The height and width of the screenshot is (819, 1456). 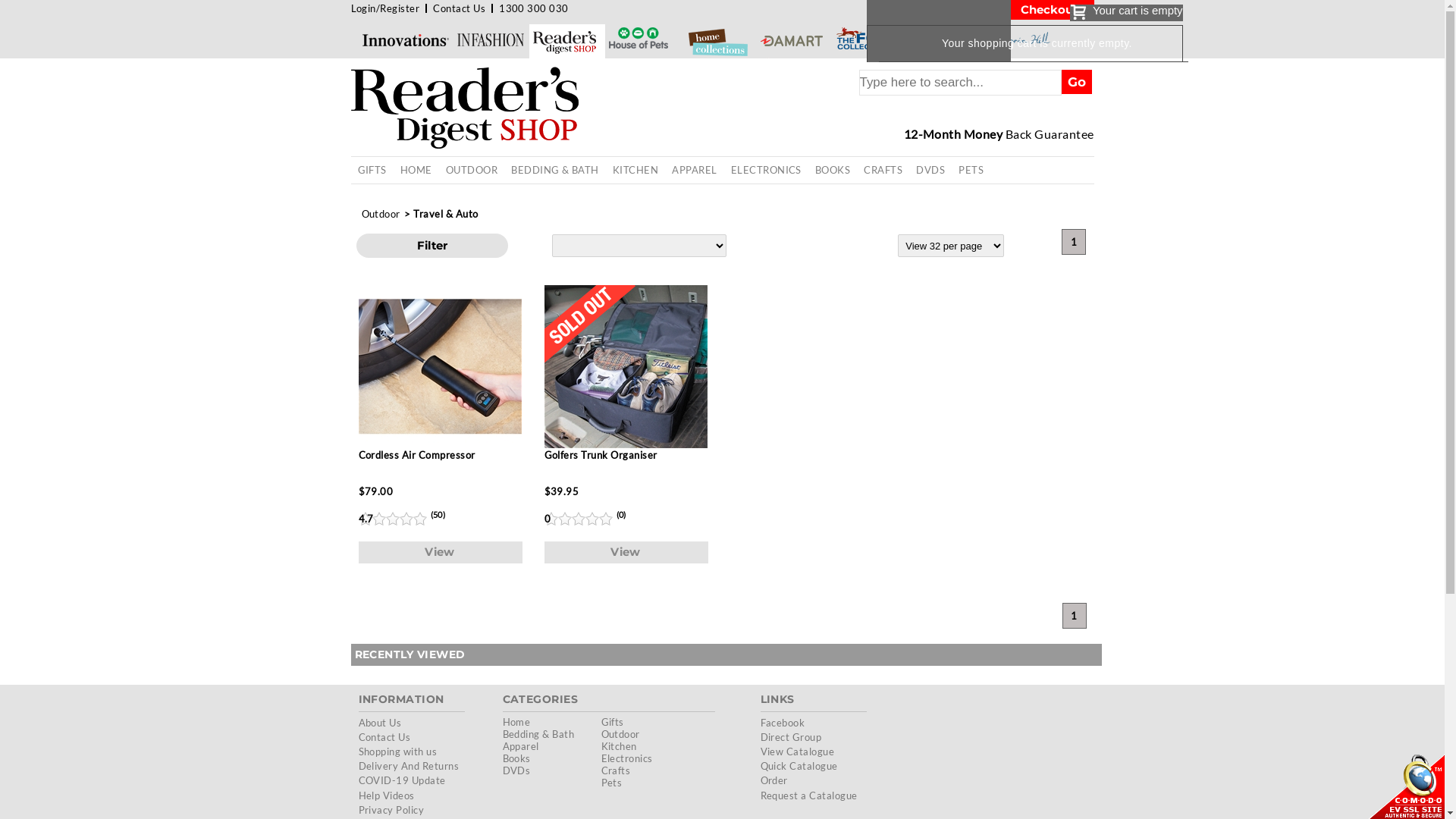 I want to click on 'Golfers Trunk Organiser', so click(x=626, y=381).